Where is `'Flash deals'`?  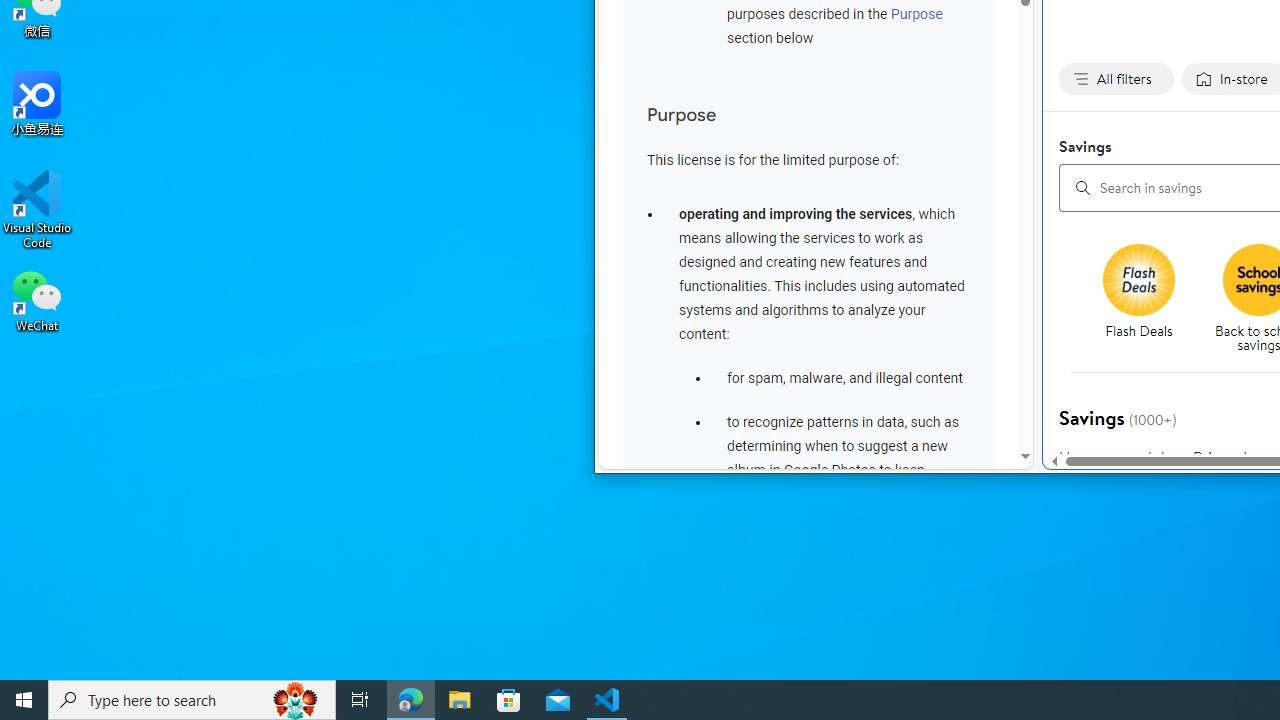
'Flash deals' is located at coordinates (1139, 280).